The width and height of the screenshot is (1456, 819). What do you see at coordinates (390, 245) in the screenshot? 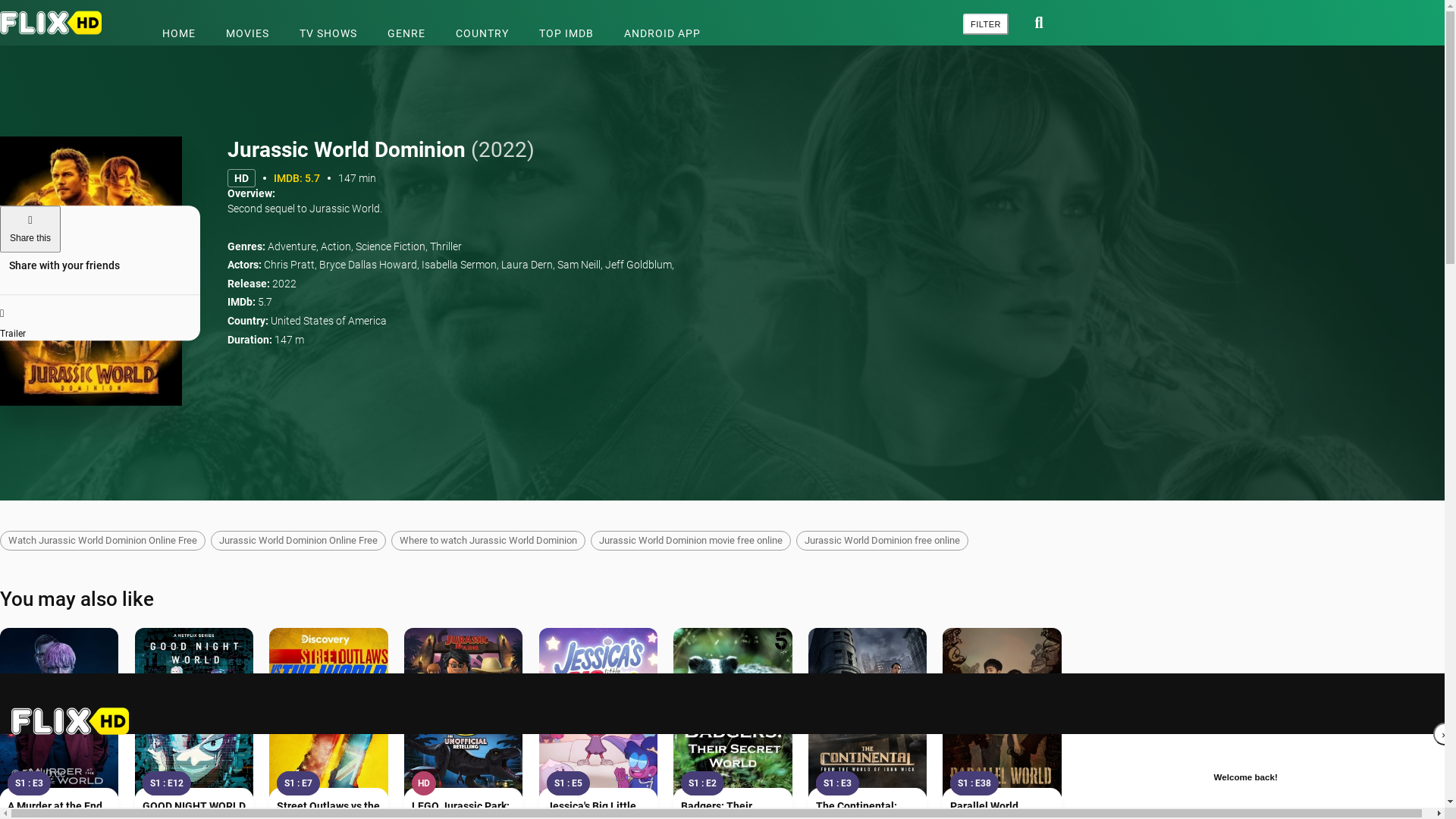
I see `'Science Fiction'` at bounding box center [390, 245].